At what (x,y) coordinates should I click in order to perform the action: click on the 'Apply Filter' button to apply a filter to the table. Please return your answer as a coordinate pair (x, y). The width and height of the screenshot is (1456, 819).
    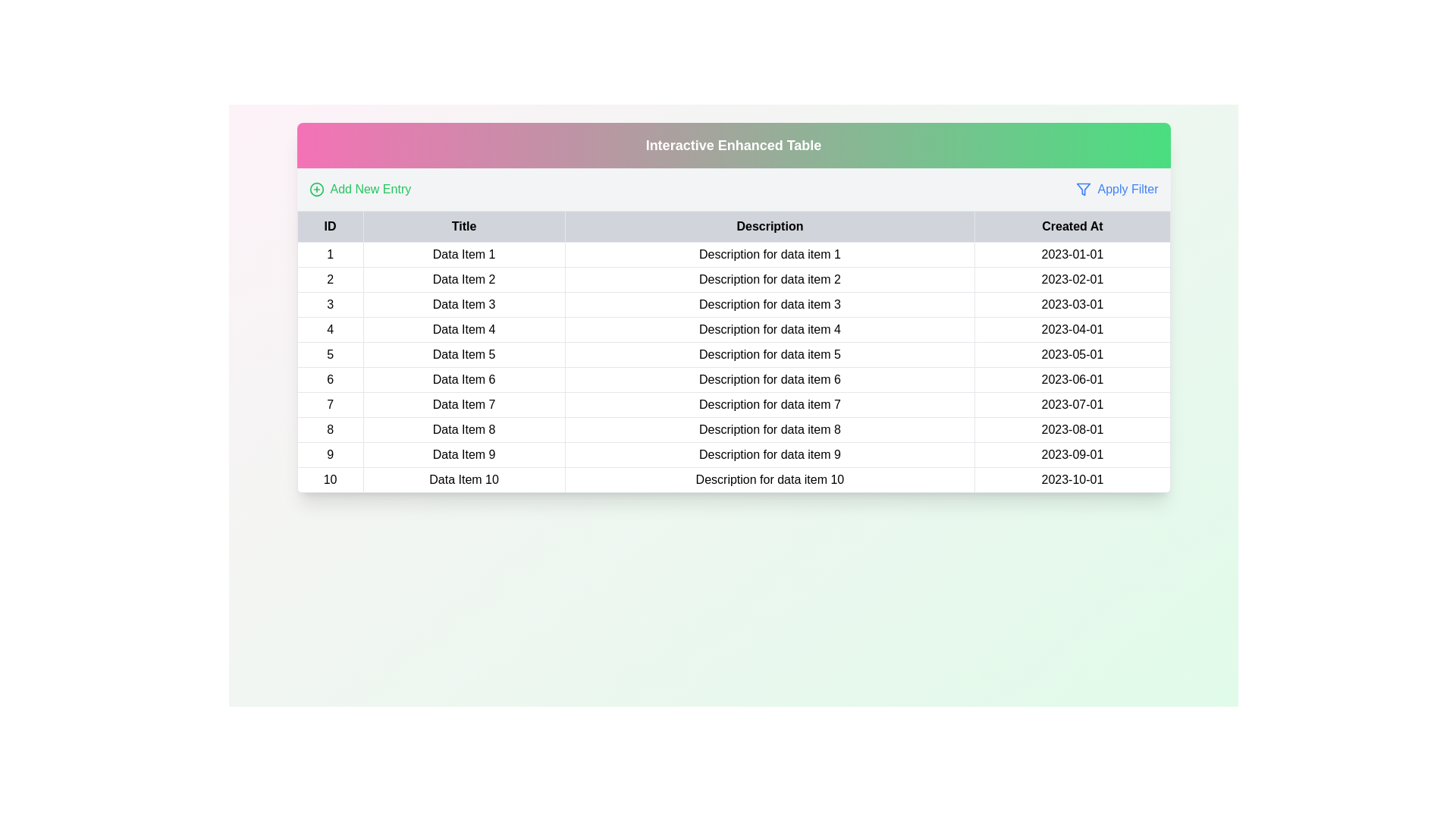
    Looking at the image, I should click on (1117, 189).